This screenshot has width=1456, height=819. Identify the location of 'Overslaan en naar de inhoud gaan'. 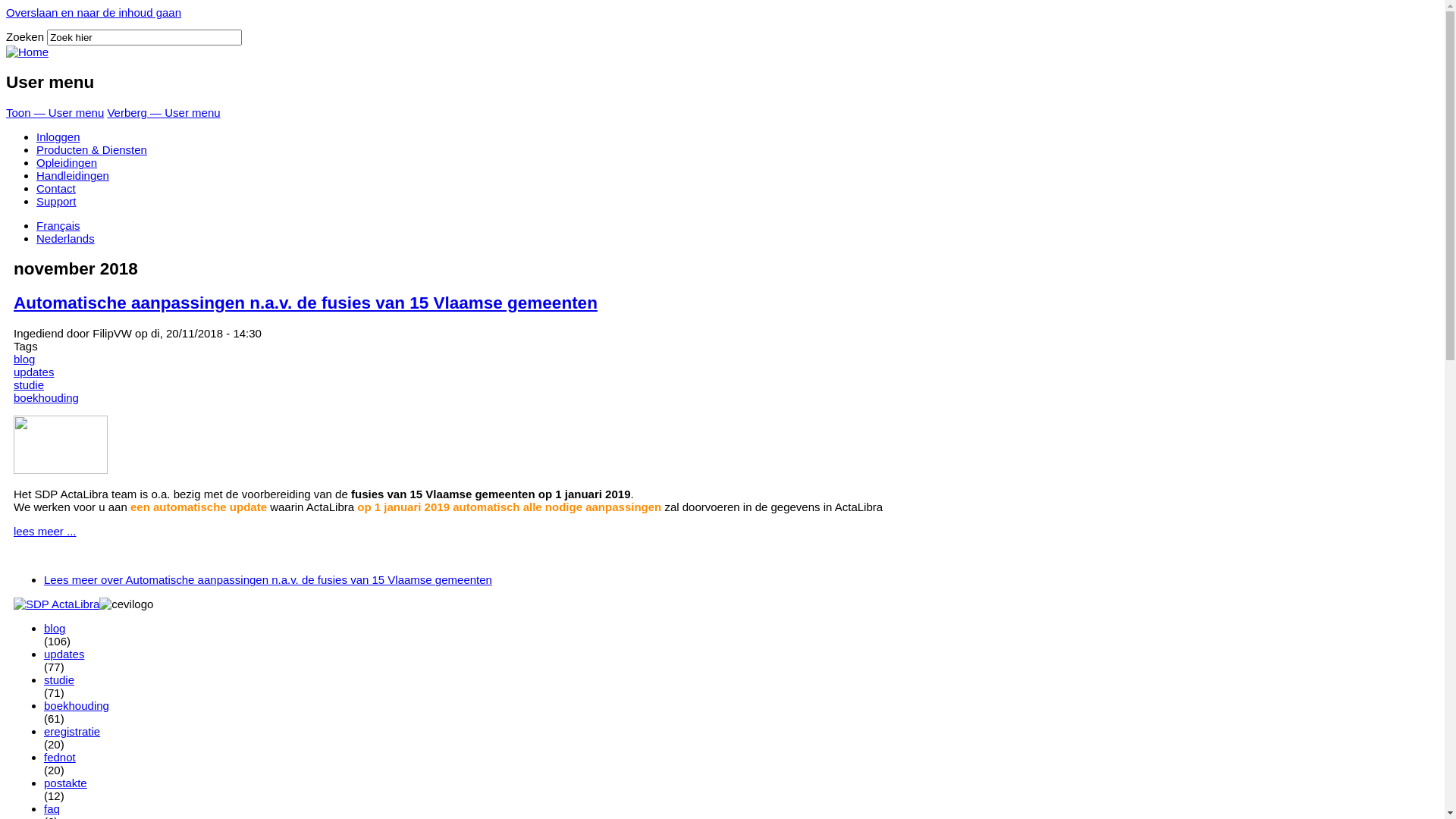
(93, 12).